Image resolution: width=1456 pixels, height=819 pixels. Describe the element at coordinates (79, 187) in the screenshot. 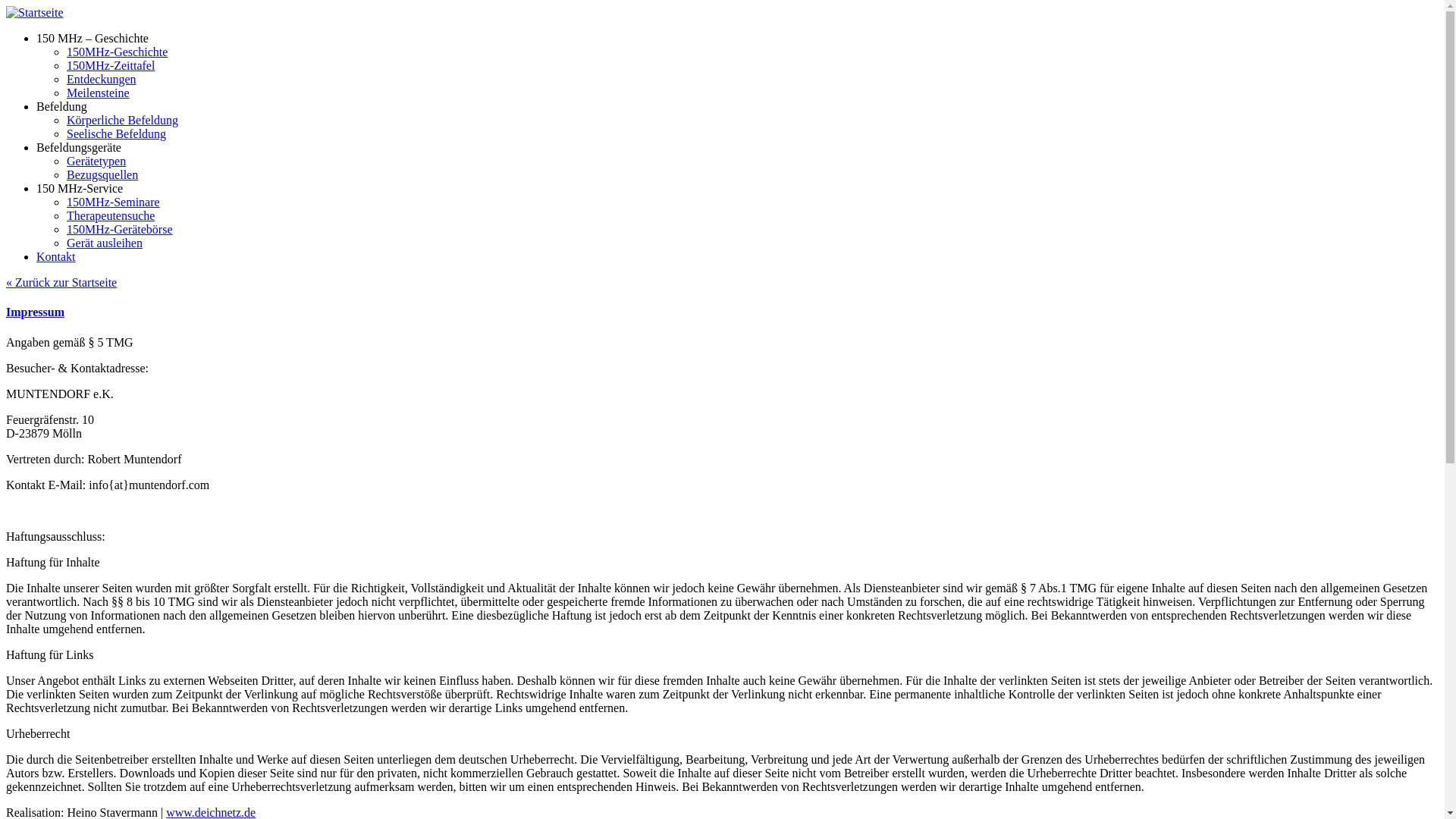

I see `'150 MHz-Service'` at that location.